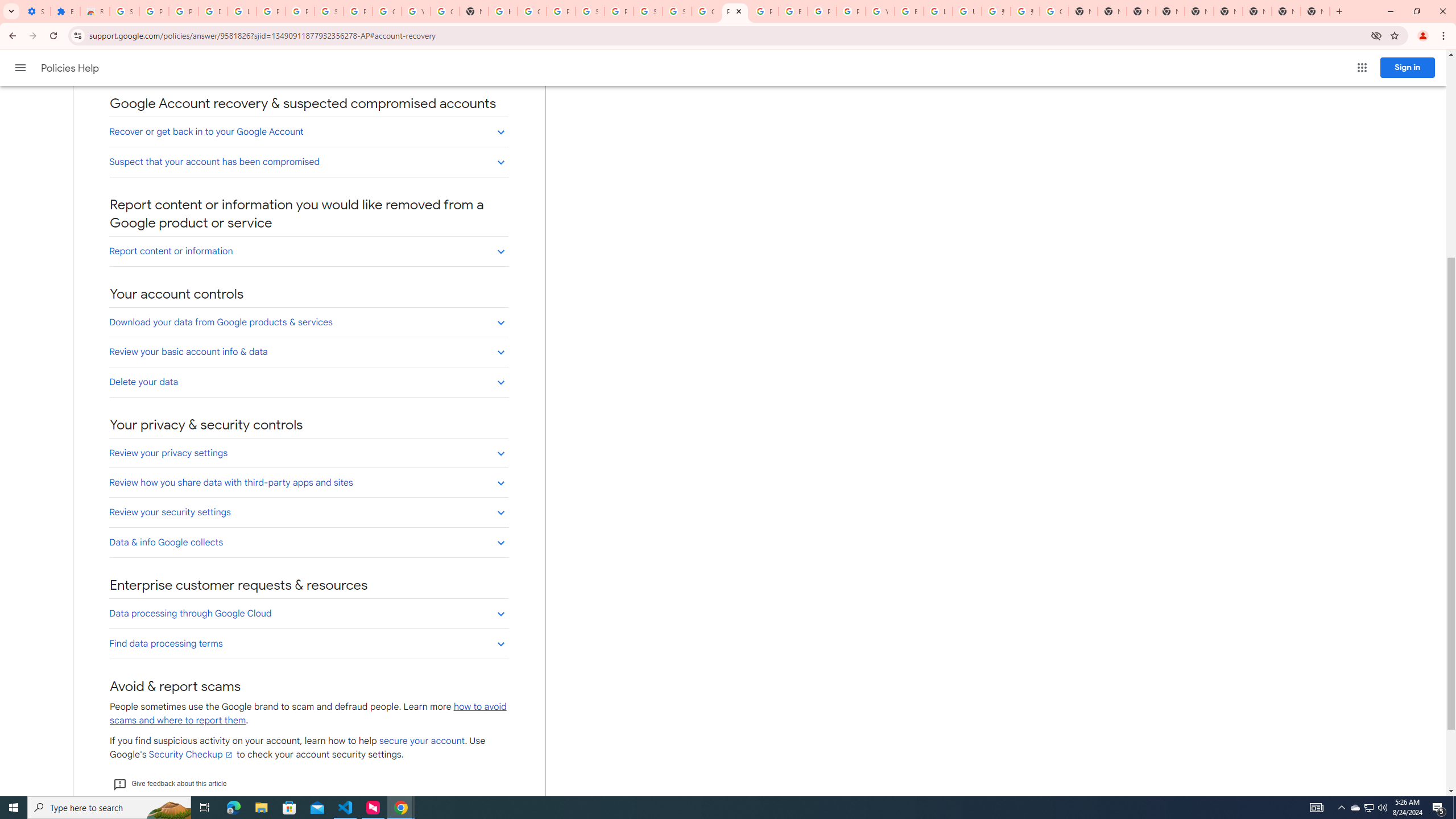 This screenshot has height=819, width=1456. What do you see at coordinates (71, 68) in the screenshot?
I see `'Policies Help'` at bounding box center [71, 68].